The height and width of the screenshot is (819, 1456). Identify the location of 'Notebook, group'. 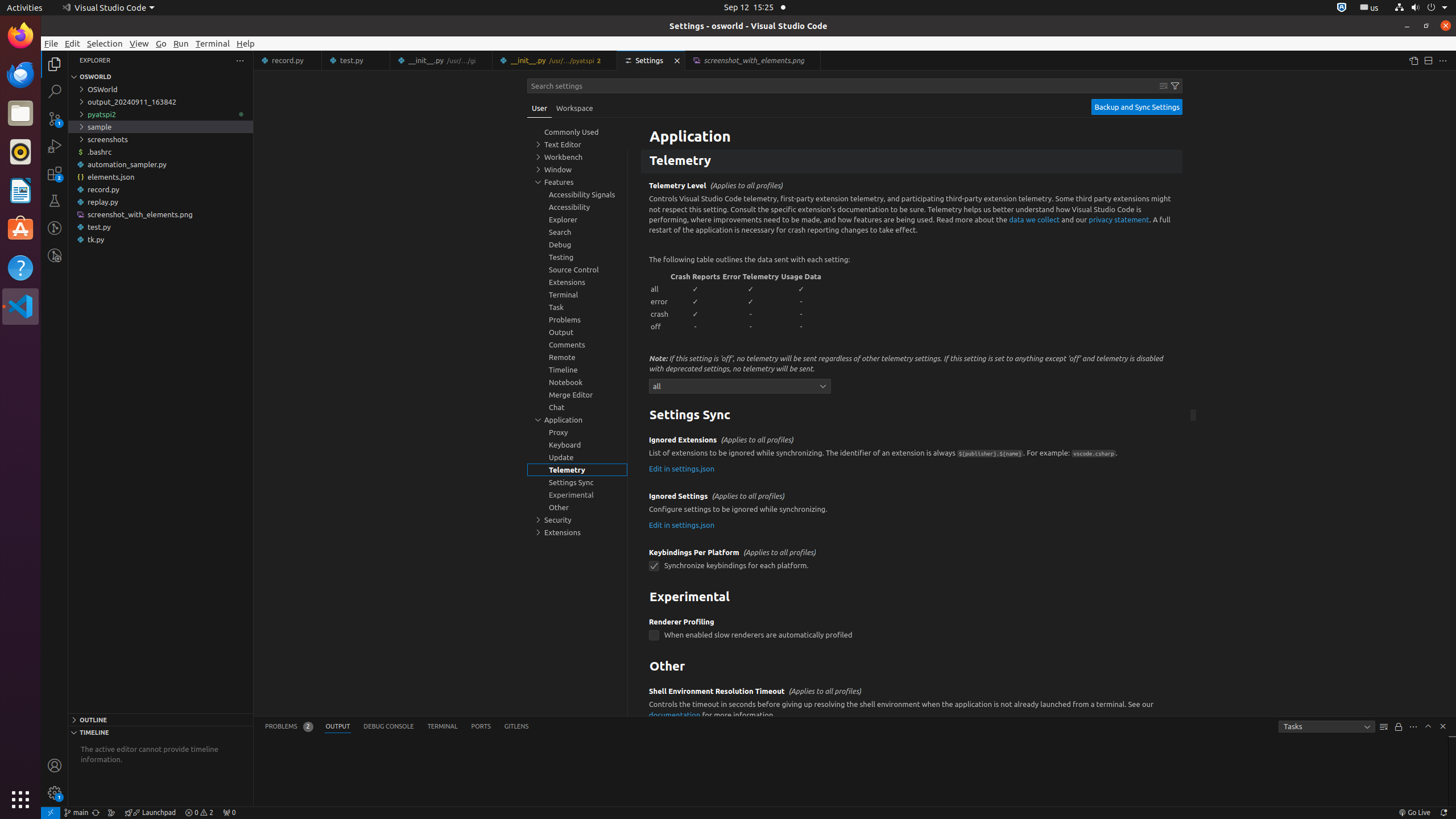
(577, 382).